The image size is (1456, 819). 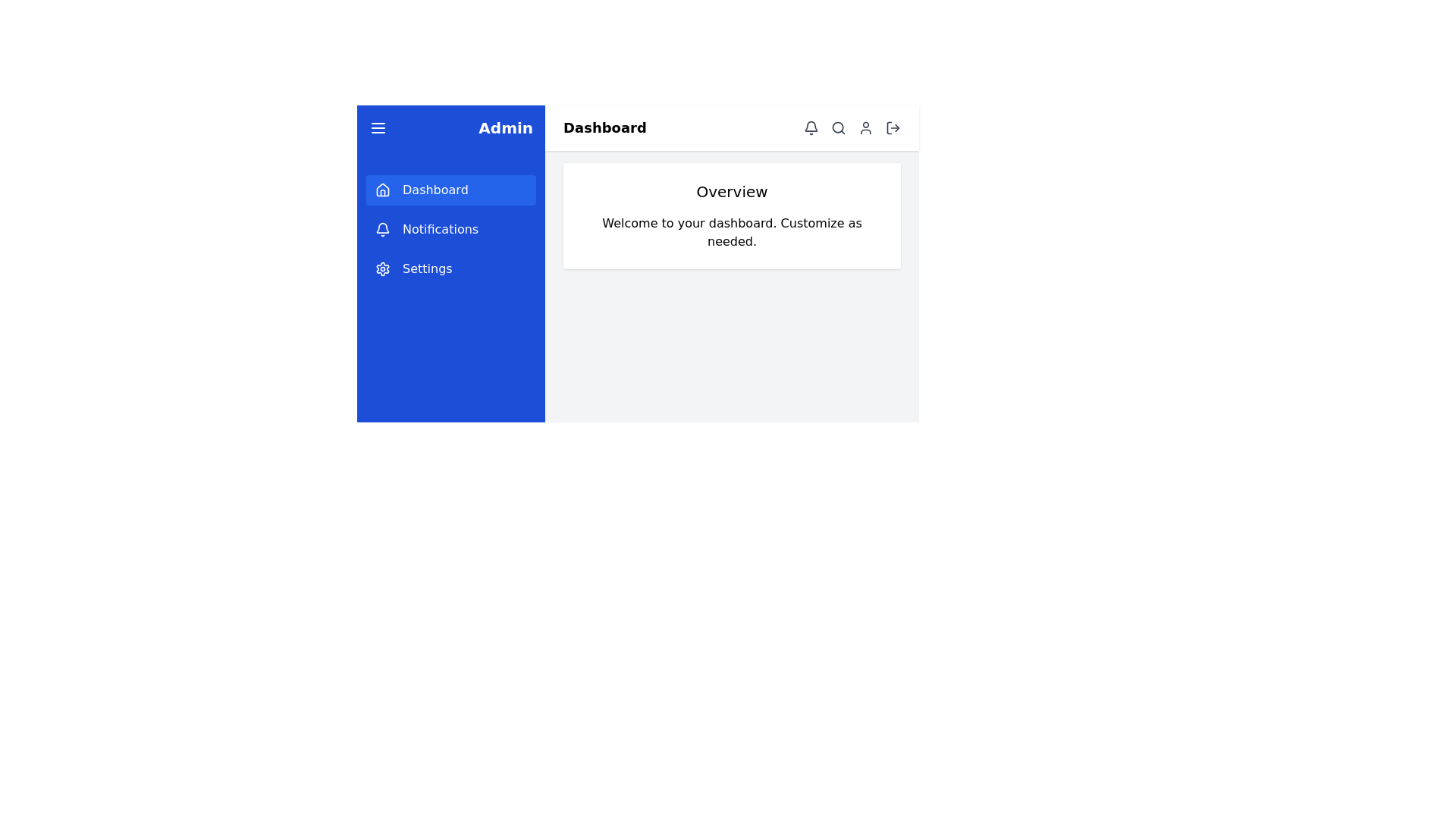 What do you see at coordinates (435, 189) in the screenshot?
I see `the 'Dashboard' navigation label located` at bounding box center [435, 189].